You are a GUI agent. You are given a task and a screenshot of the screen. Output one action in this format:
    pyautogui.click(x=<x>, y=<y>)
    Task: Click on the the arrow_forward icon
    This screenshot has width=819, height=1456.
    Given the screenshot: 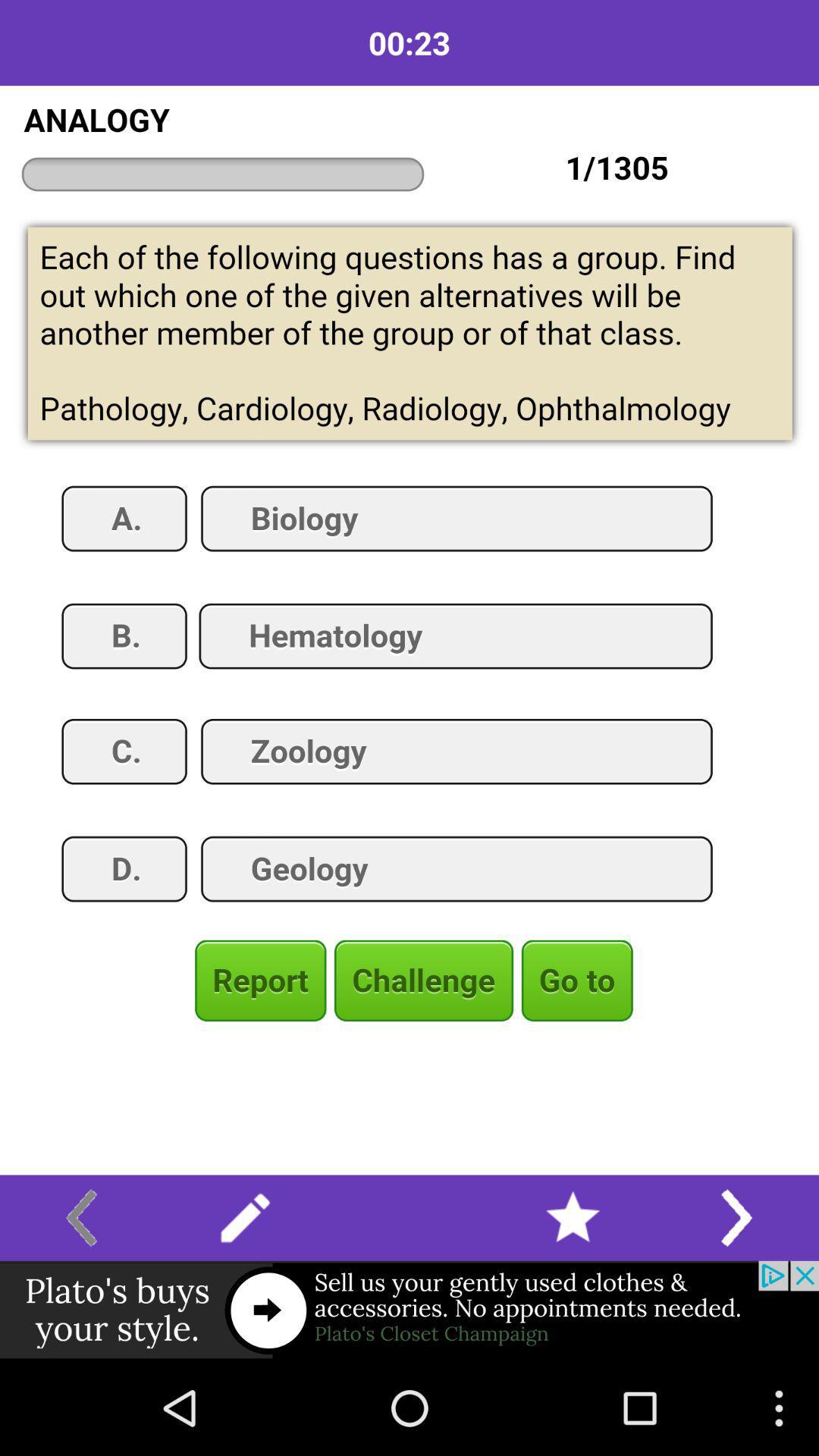 What is the action you would take?
    pyautogui.click(x=736, y=1302)
    